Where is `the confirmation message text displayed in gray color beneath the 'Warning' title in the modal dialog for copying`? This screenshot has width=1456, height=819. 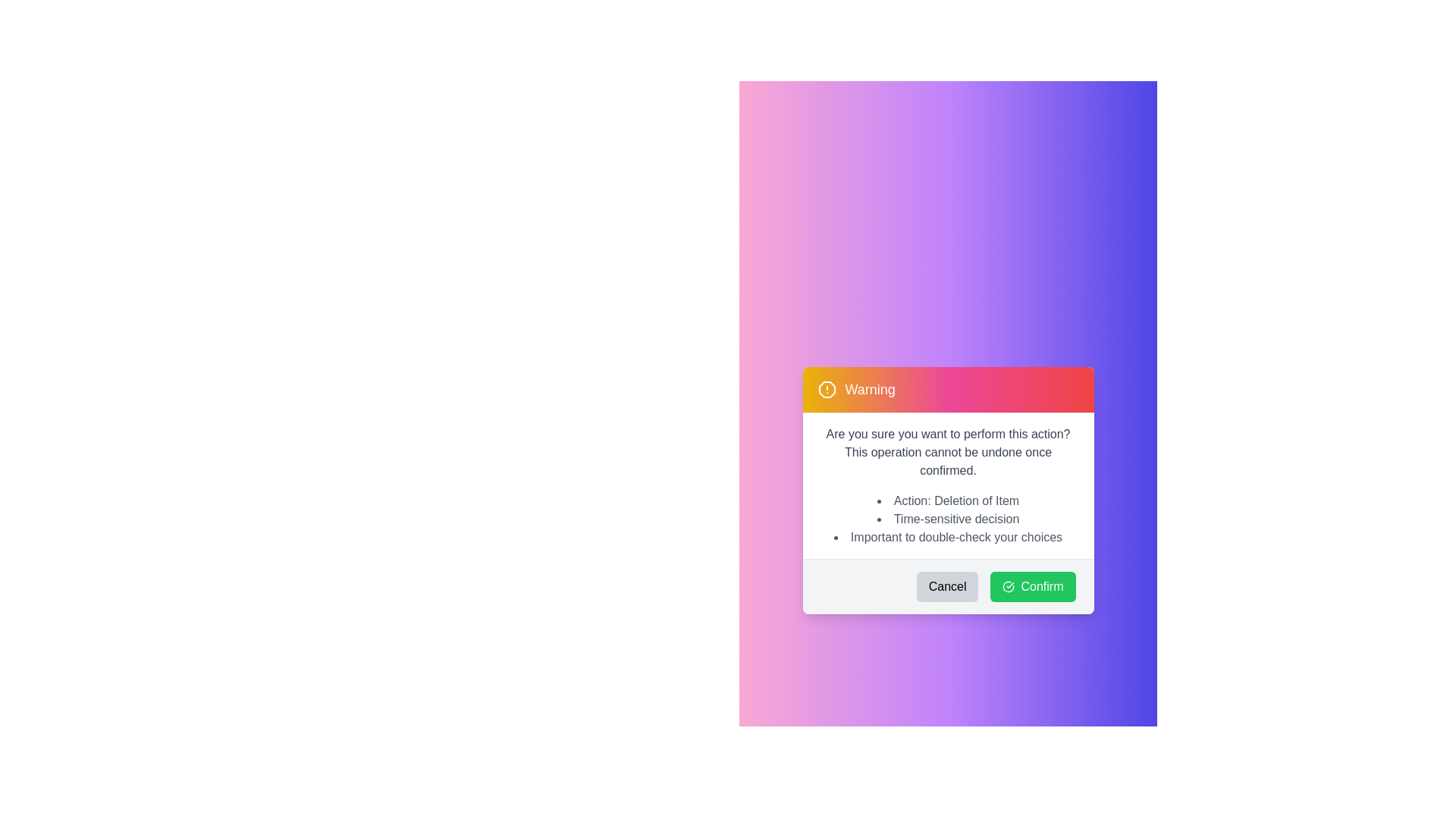
the confirmation message text displayed in gray color beneath the 'Warning' title in the modal dialog for copying is located at coordinates (947, 452).